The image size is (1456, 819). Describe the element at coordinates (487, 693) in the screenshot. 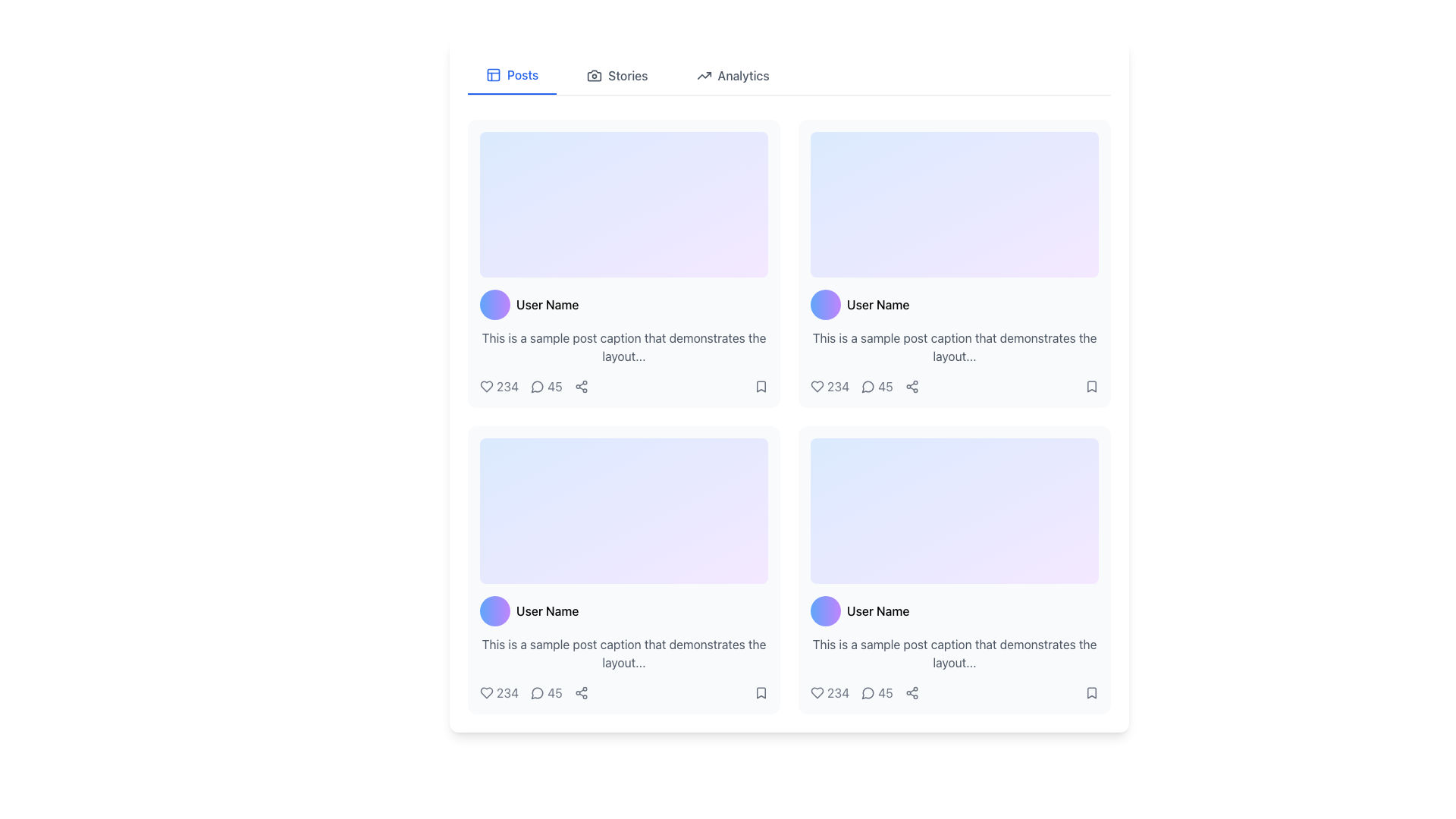

I see `the heart icon button located in the bottom-left region of the fourth card to like the post` at that location.